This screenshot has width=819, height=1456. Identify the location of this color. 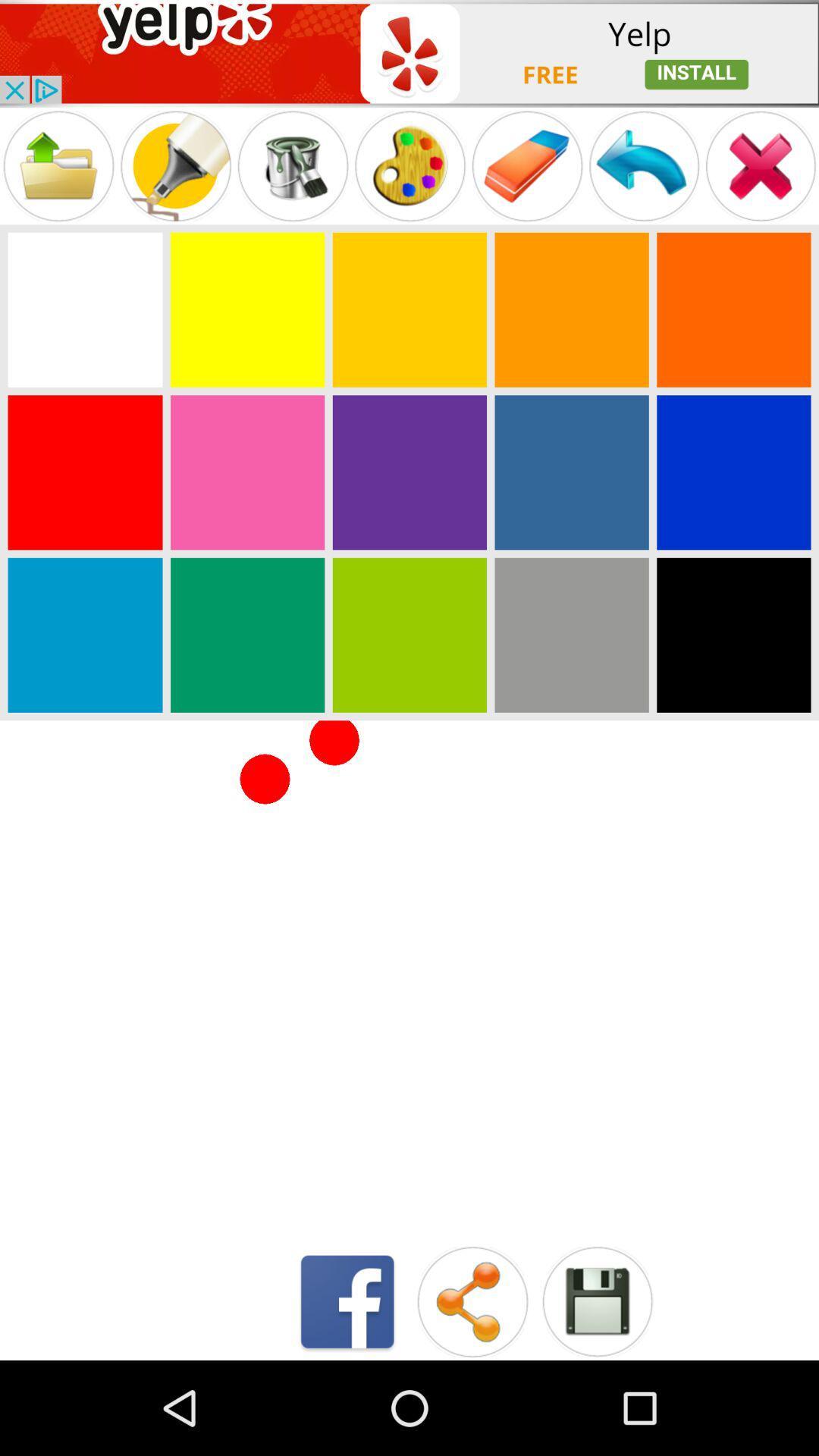
(733, 635).